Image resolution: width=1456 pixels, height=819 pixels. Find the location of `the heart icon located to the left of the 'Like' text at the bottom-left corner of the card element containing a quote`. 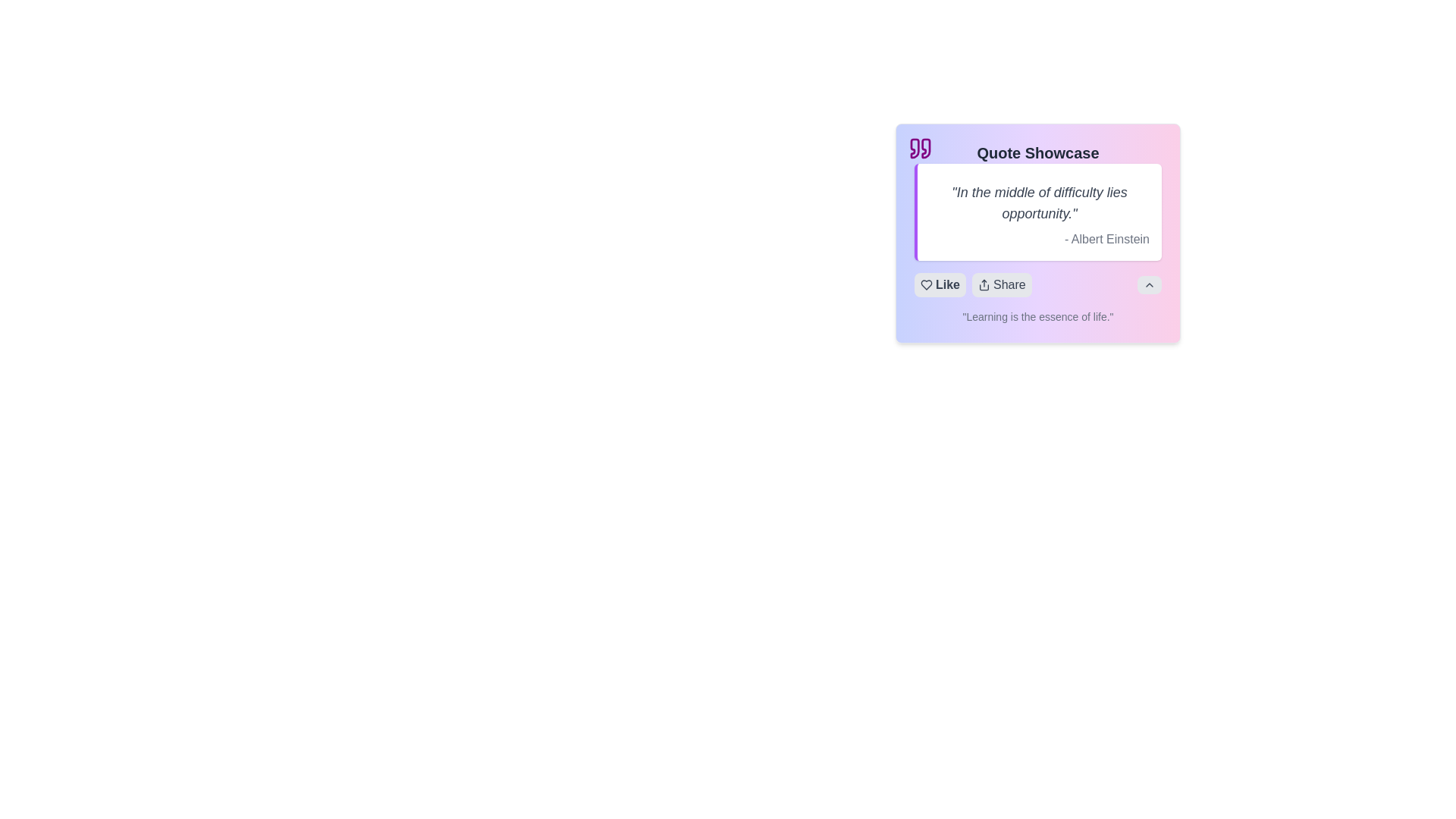

the heart icon located to the left of the 'Like' text at the bottom-left corner of the card element containing a quote is located at coordinates (926, 284).